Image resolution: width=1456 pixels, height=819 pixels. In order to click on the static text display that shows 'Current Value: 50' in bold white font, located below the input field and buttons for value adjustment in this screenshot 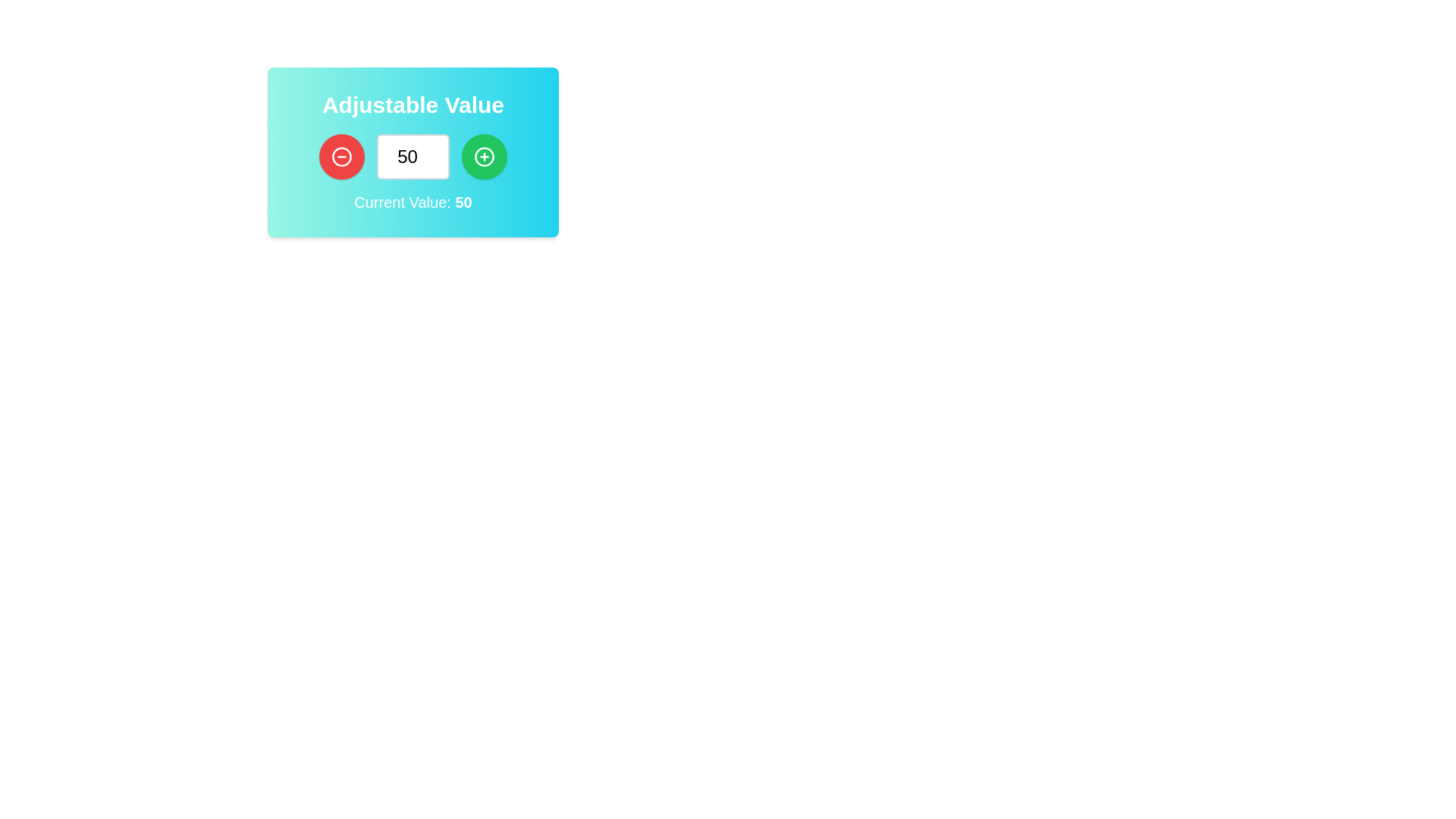, I will do `click(413, 201)`.